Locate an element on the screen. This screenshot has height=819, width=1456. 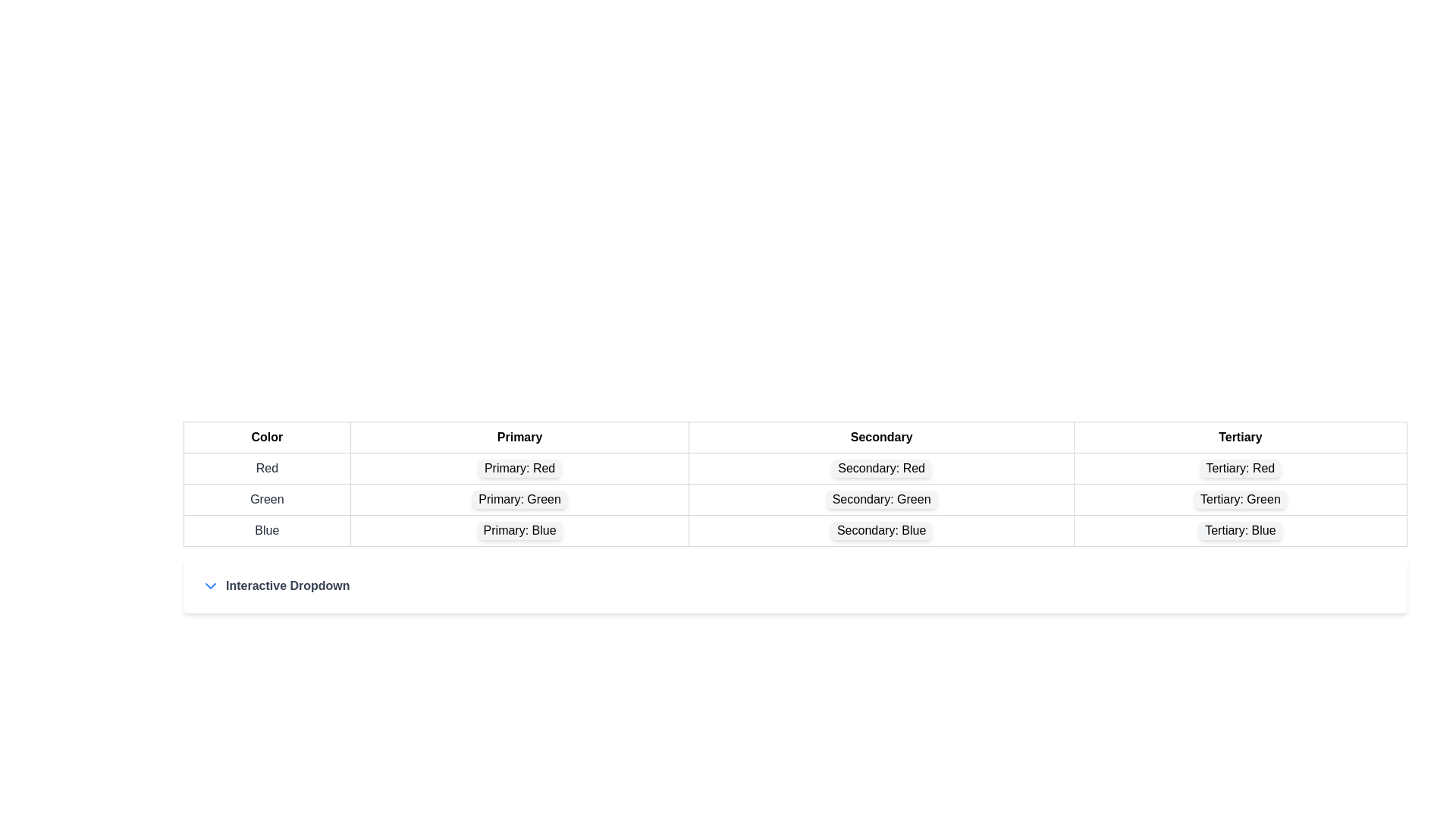
the static text label styled like a button that displays the secondary color association for the 'Blue' category, located in the third row under the 'Secondary' column is located at coordinates (881, 529).